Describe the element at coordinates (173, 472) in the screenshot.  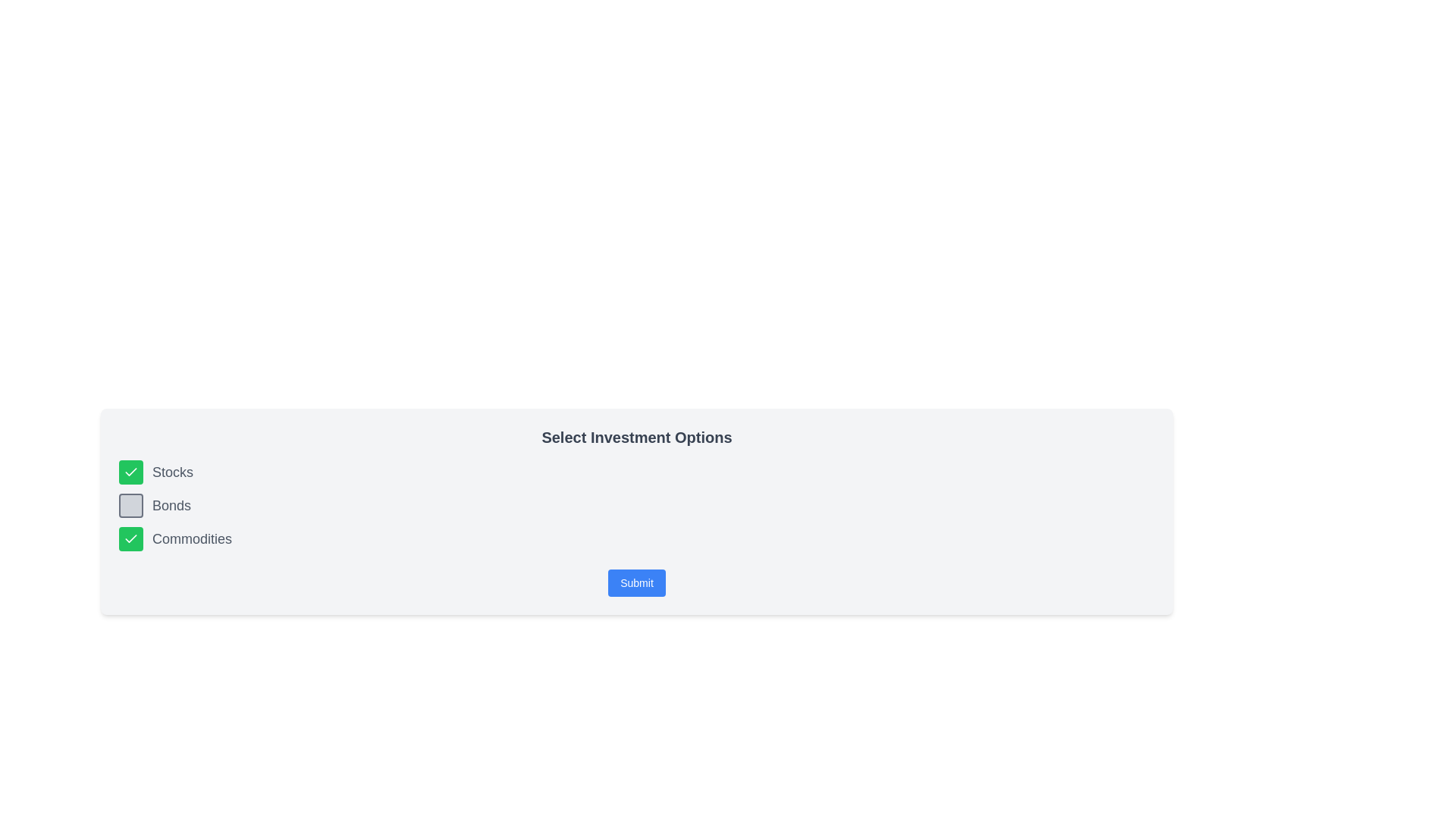
I see `text label indicating 'Stocks' as an investment choice, which is the first option in a vertical list of investment options, located next to a checkbox` at that location.